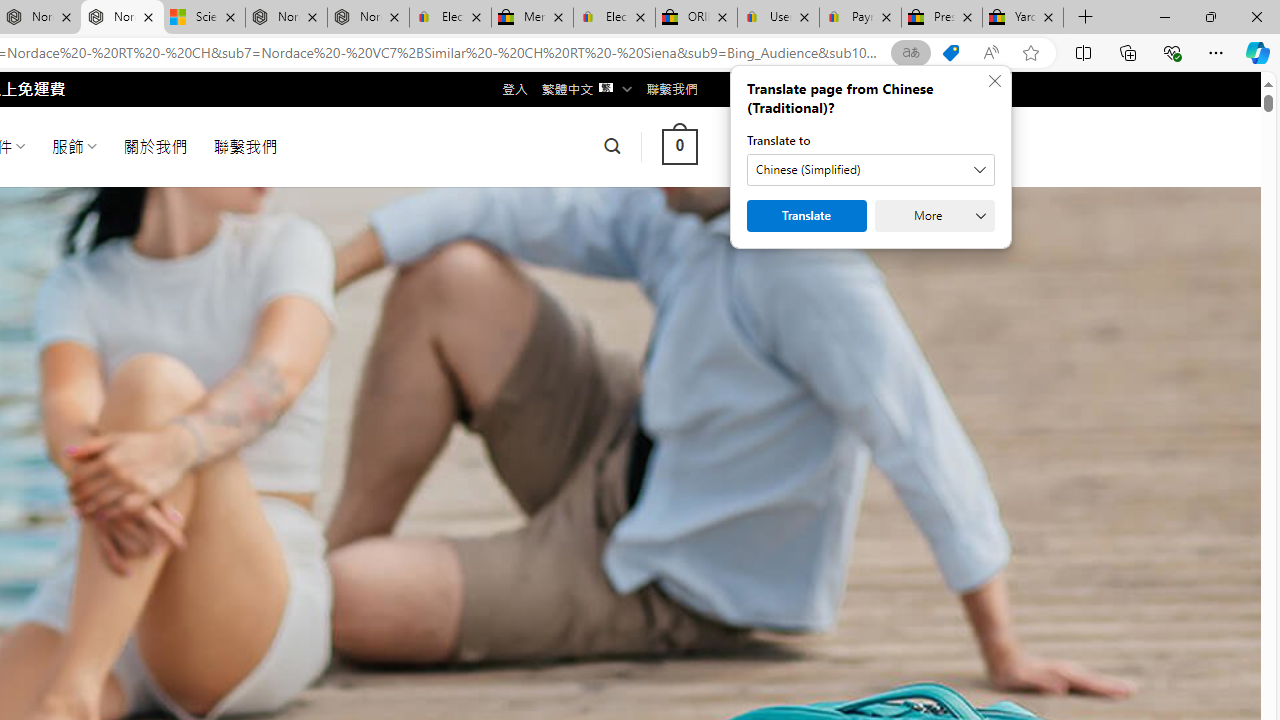 The width and height of the screenshot is (1280, 720). What do you see at coordinates (871, 168) in the screenshot?
I see `'Translate to'` at bounding box center [871, 168].